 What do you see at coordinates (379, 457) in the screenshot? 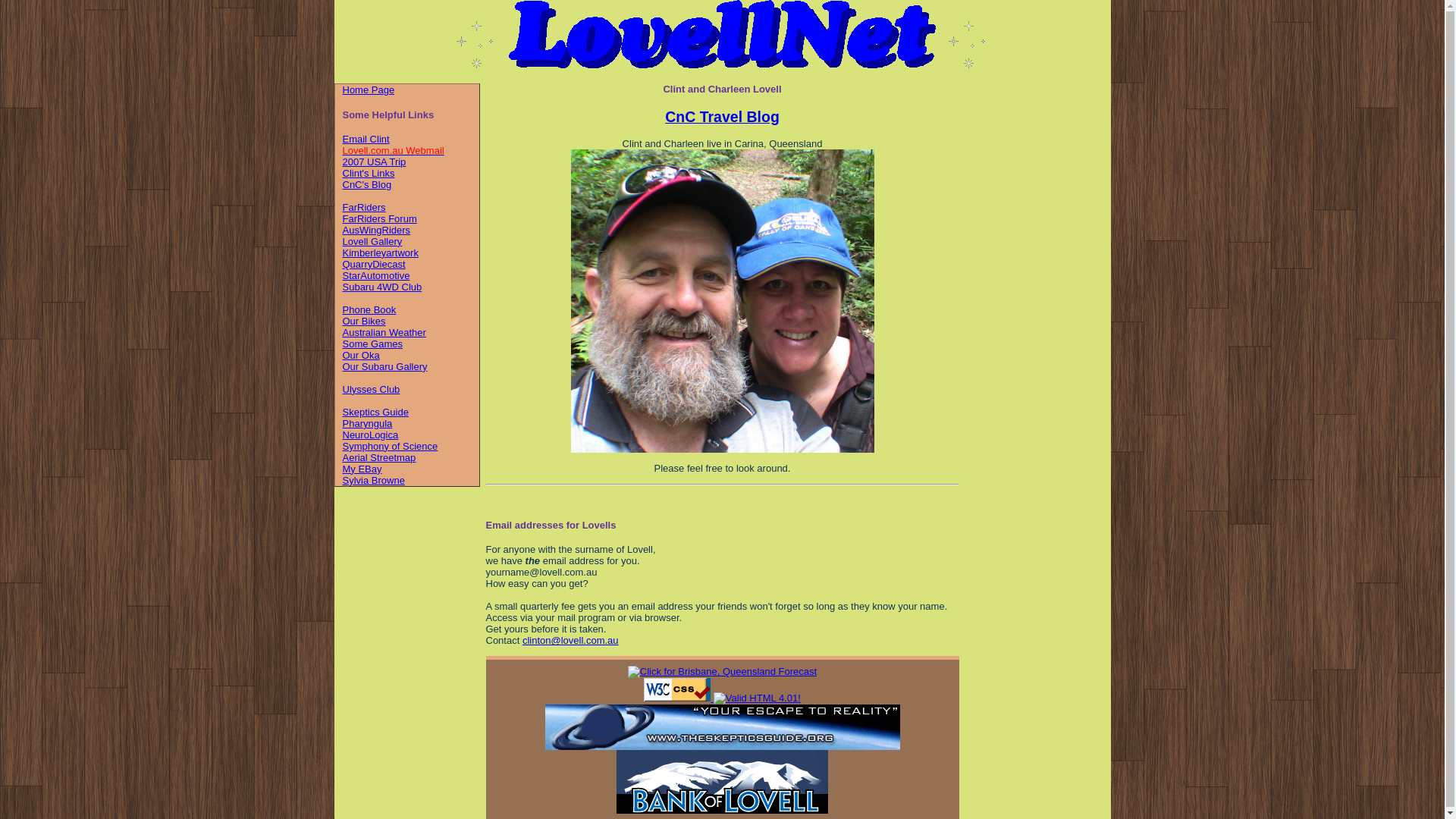
I see `'Aerial Streetmap'` at bounding box center [379, 457].